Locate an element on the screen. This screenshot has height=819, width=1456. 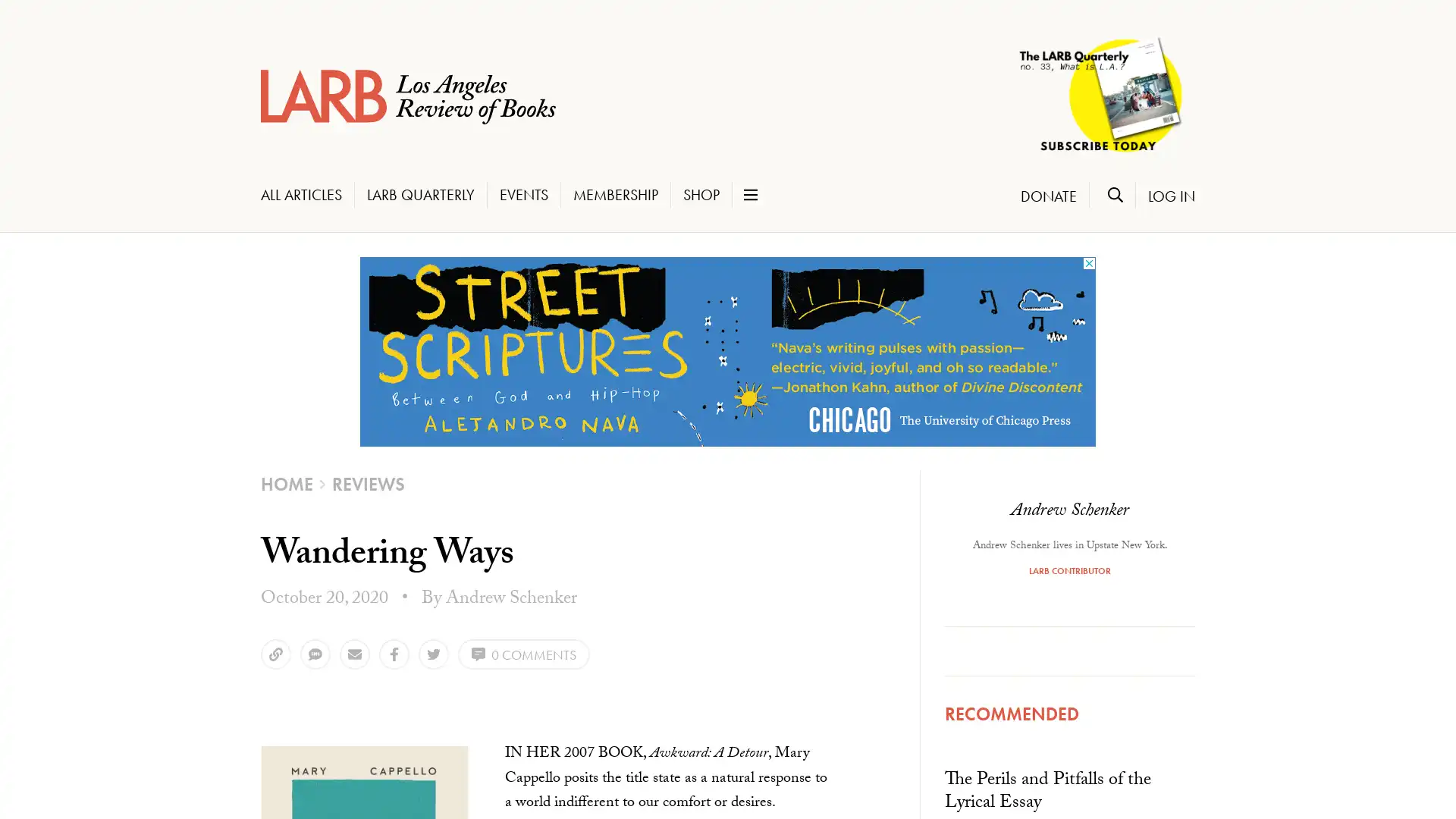
Close is located at coordinates (234, 415).